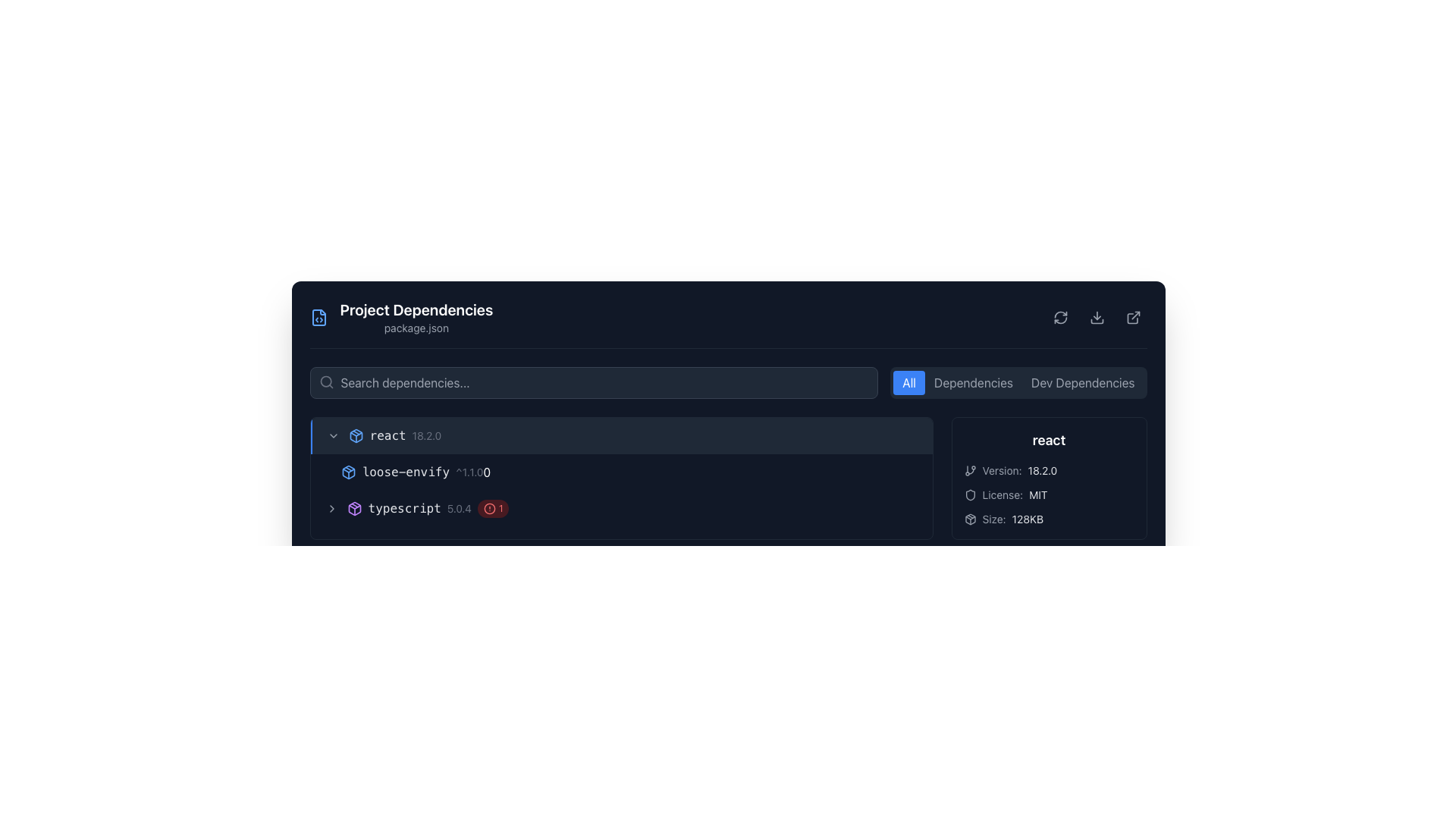 Image resolution: width=1456 pixels, height=819 pixels. What do you see at coordinates (332, 435) in the screenshot?
I see `the chevron icon on the right side of the 'react 18.2.0' list item` at bounding box center [332, 435].